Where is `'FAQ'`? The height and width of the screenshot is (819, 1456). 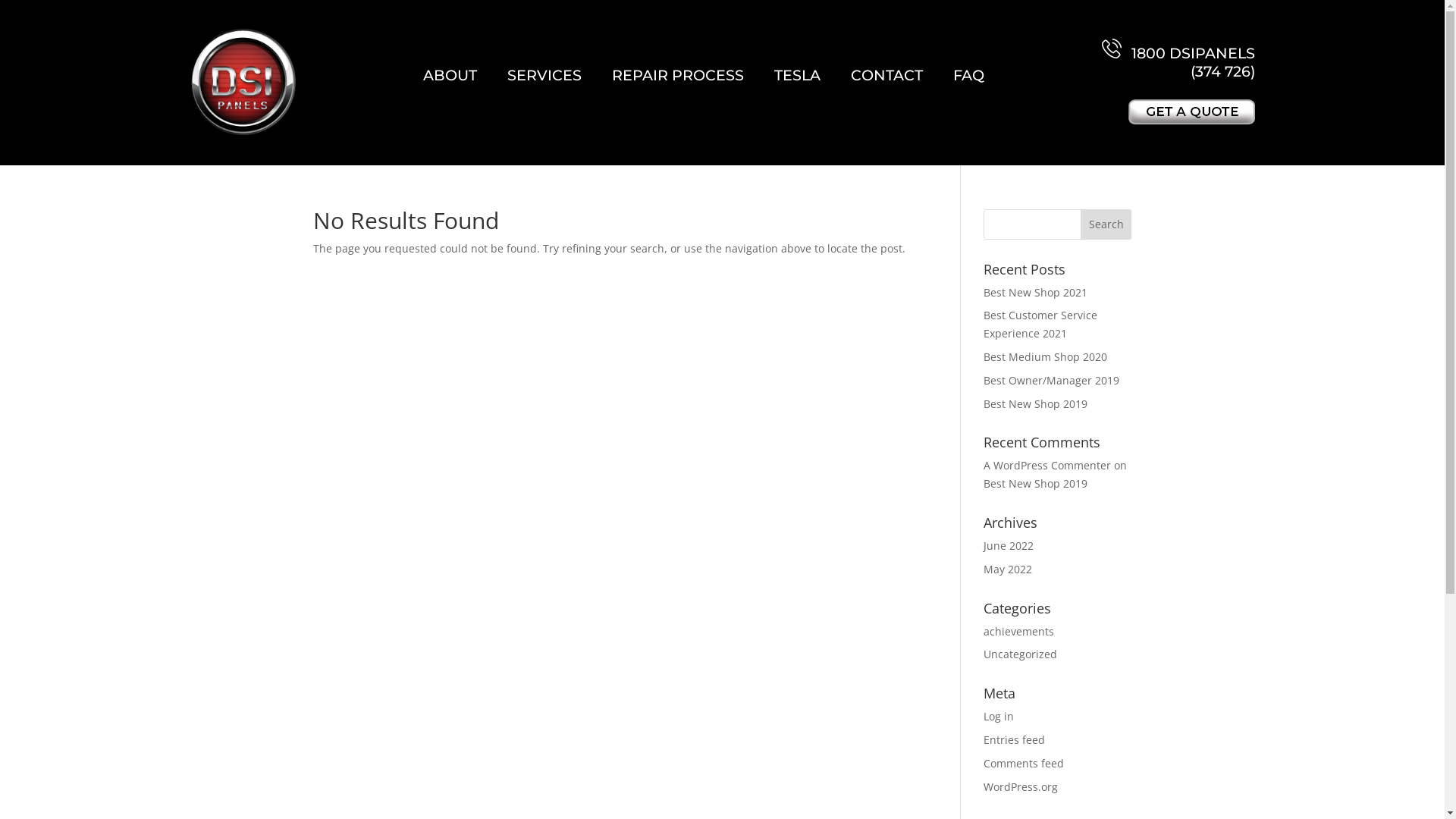
'FAQ' is located at coordinates (968, 75).